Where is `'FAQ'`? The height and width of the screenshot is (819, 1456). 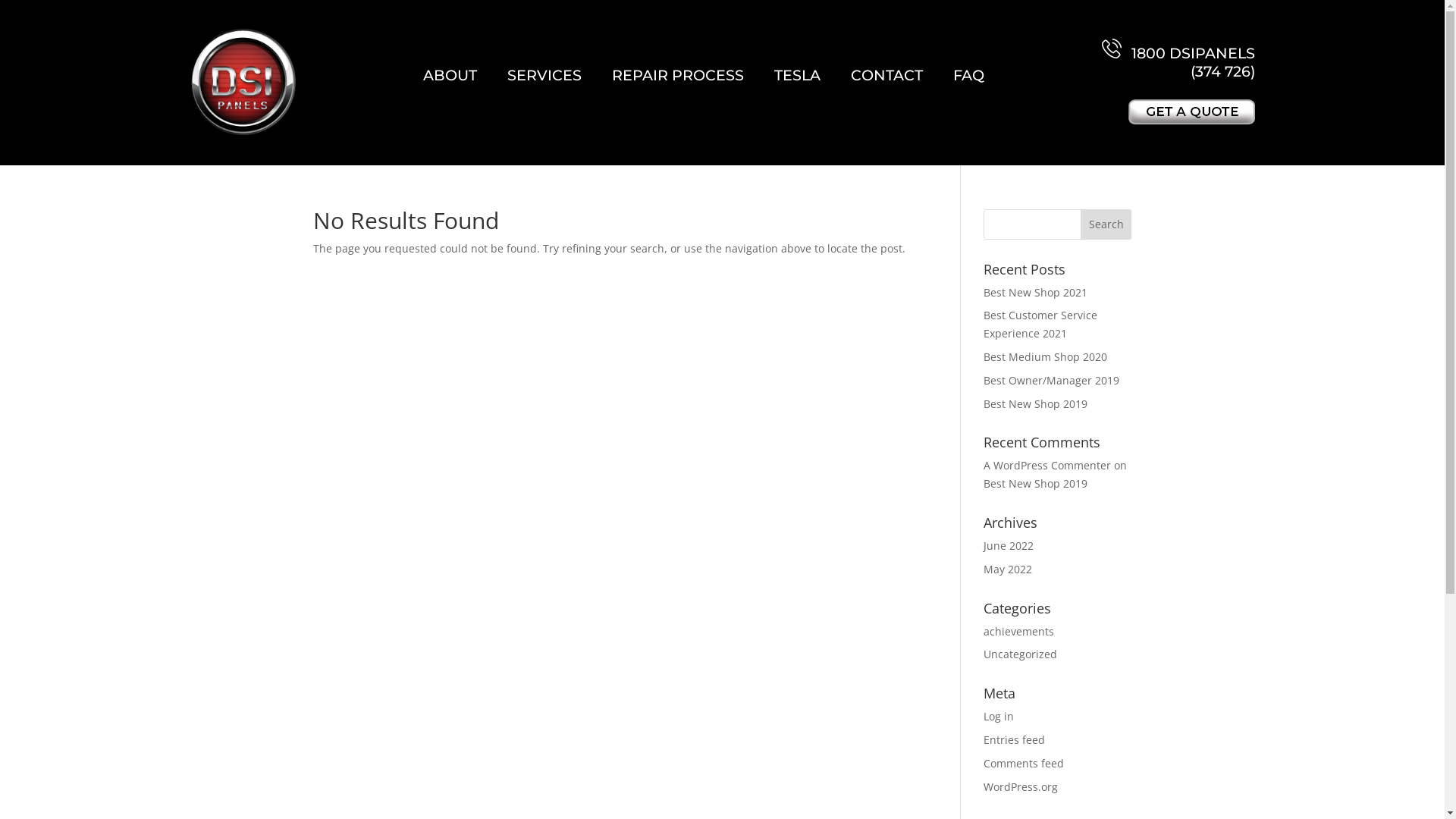
'FAQ' is located at coordinates (968, 75).